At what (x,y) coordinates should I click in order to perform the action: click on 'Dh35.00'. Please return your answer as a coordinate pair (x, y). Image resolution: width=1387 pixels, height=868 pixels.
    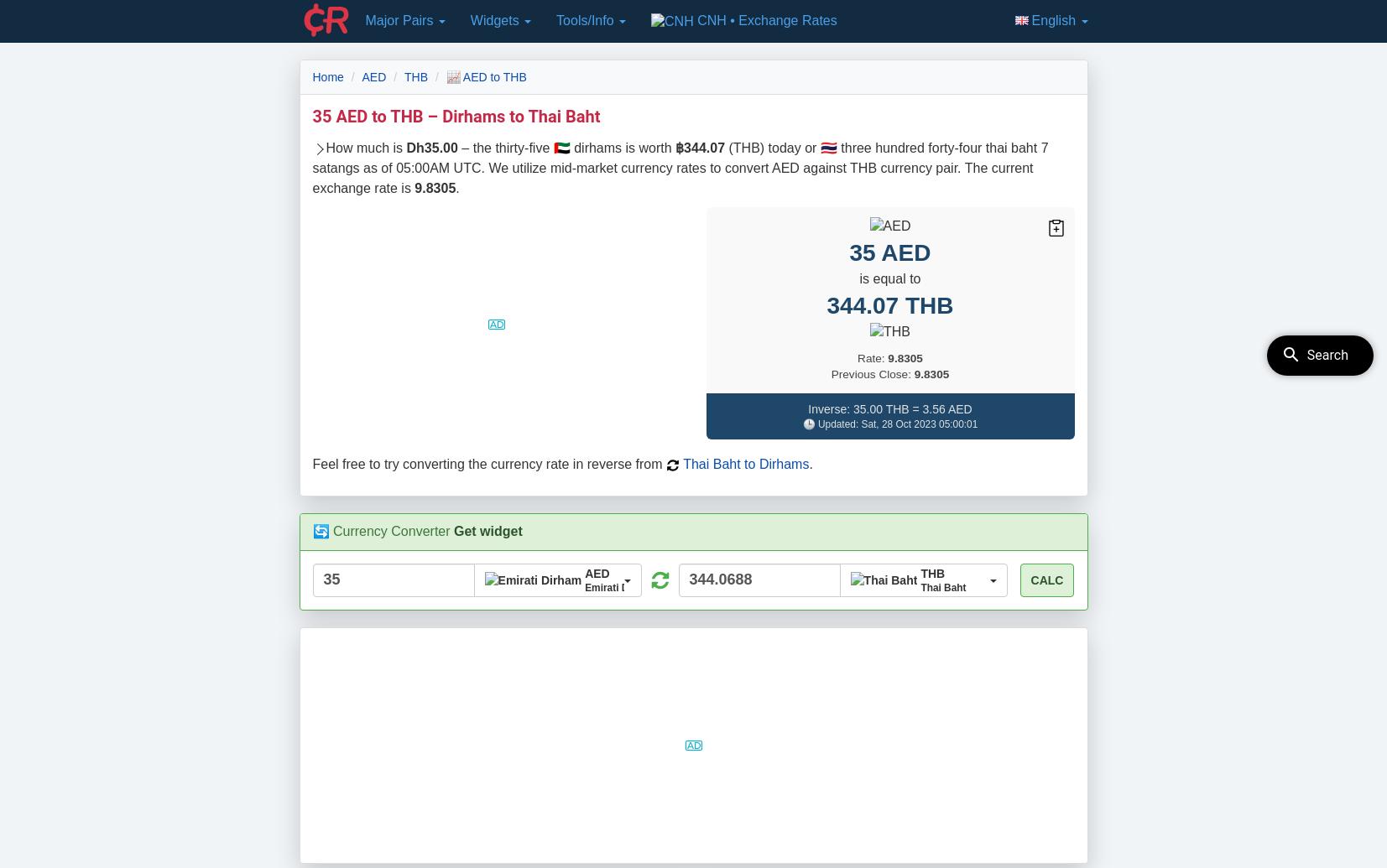
    Looking at the image, I should click on (430, 147).